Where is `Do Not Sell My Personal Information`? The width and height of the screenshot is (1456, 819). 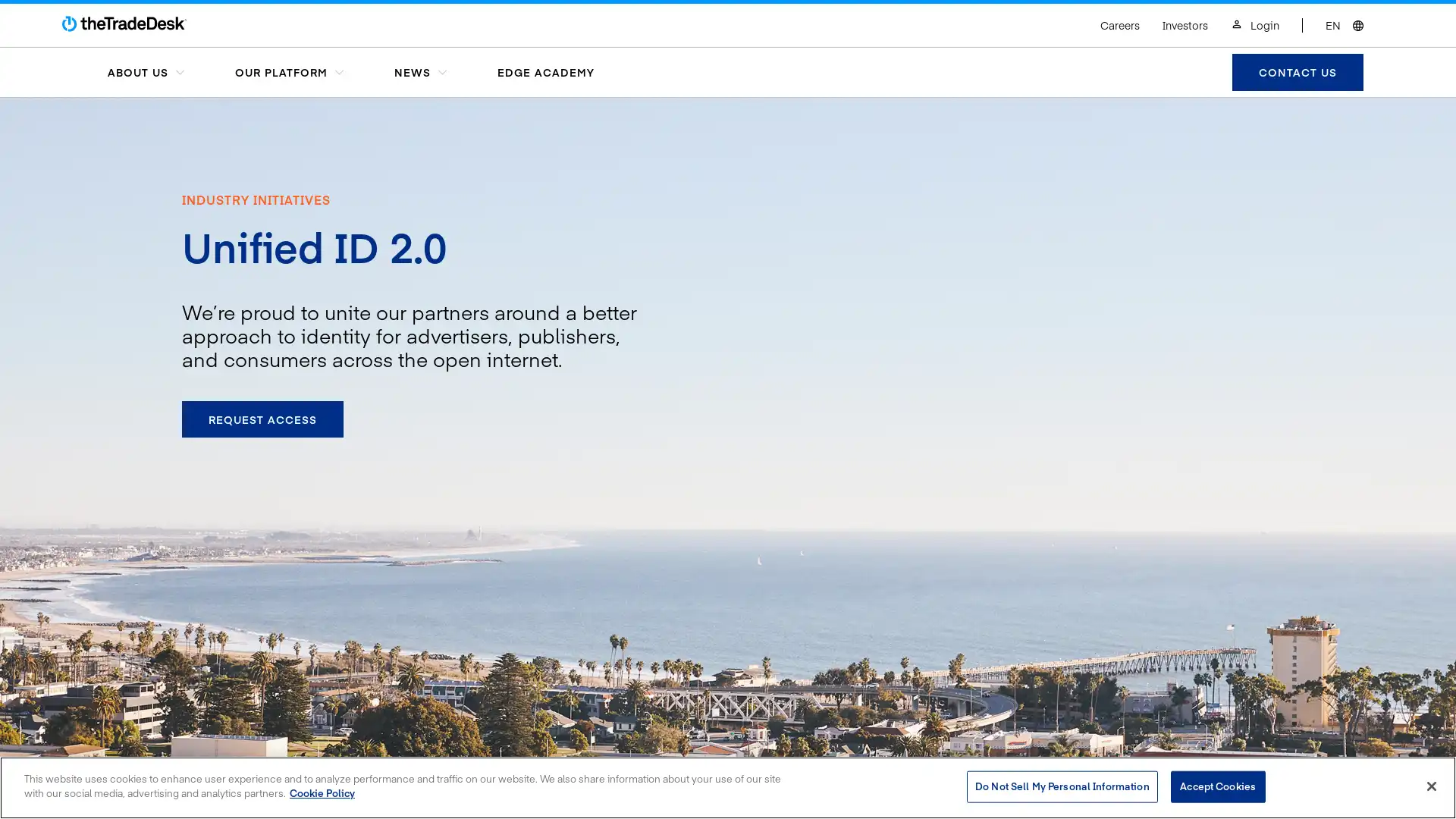 Do Not Sell My Personal Information is located at coordinates (1061, 786).